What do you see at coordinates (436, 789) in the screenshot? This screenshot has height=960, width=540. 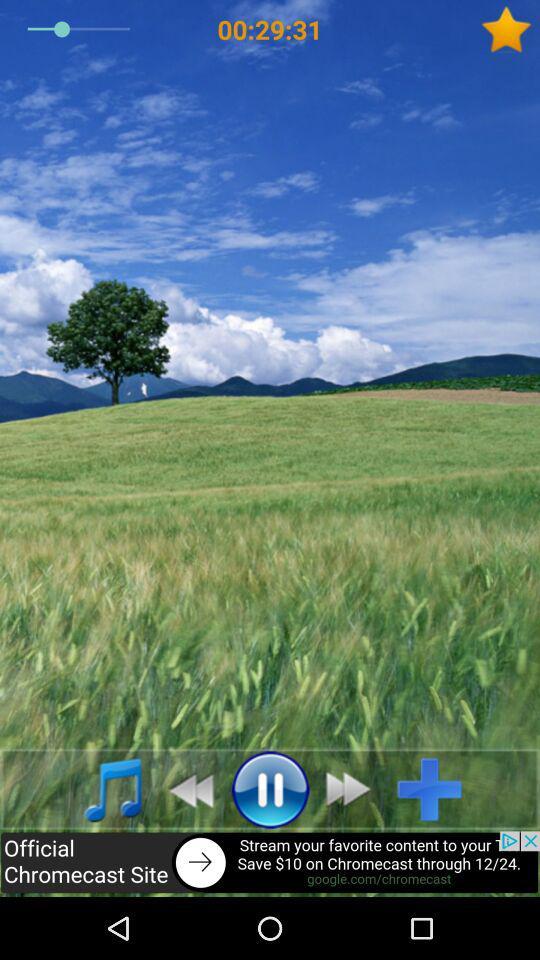 I see `music` at bounding box center [436, 789].